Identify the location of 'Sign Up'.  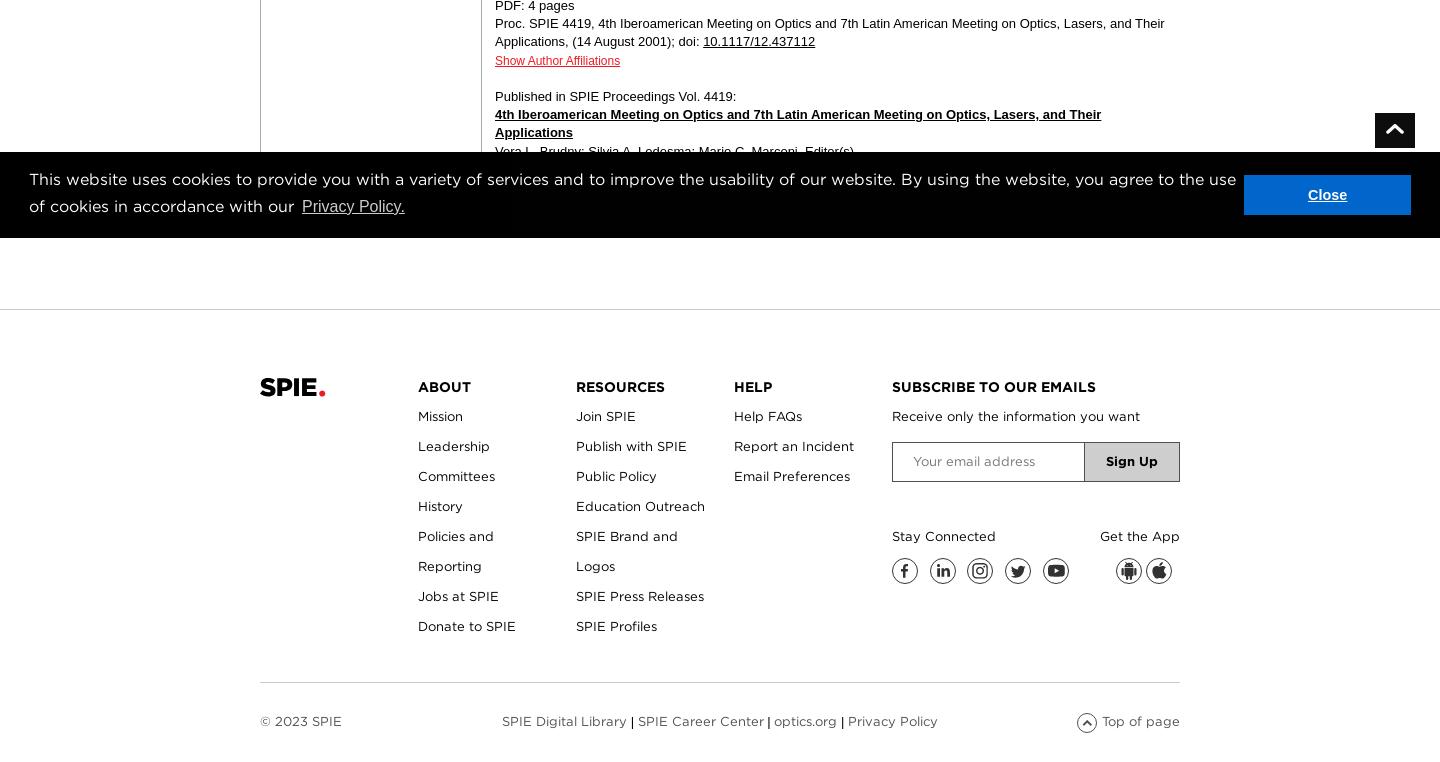
(1130, 460).